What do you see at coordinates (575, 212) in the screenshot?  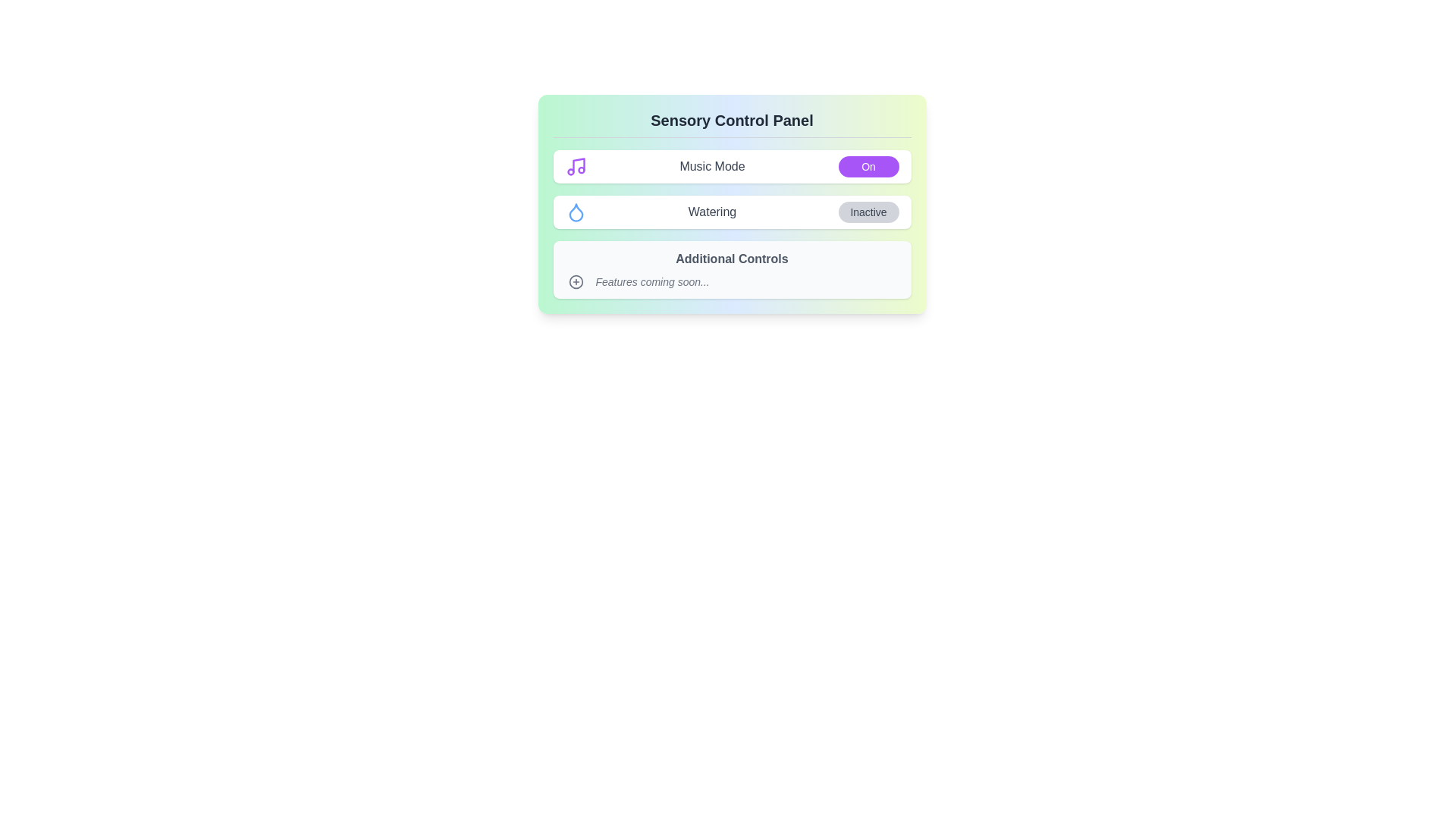 I see `the 'Watering' icon located in the second row of the sensory control panel, positioned to the left of the 'Watering' text` at bounding box center [575, 212].